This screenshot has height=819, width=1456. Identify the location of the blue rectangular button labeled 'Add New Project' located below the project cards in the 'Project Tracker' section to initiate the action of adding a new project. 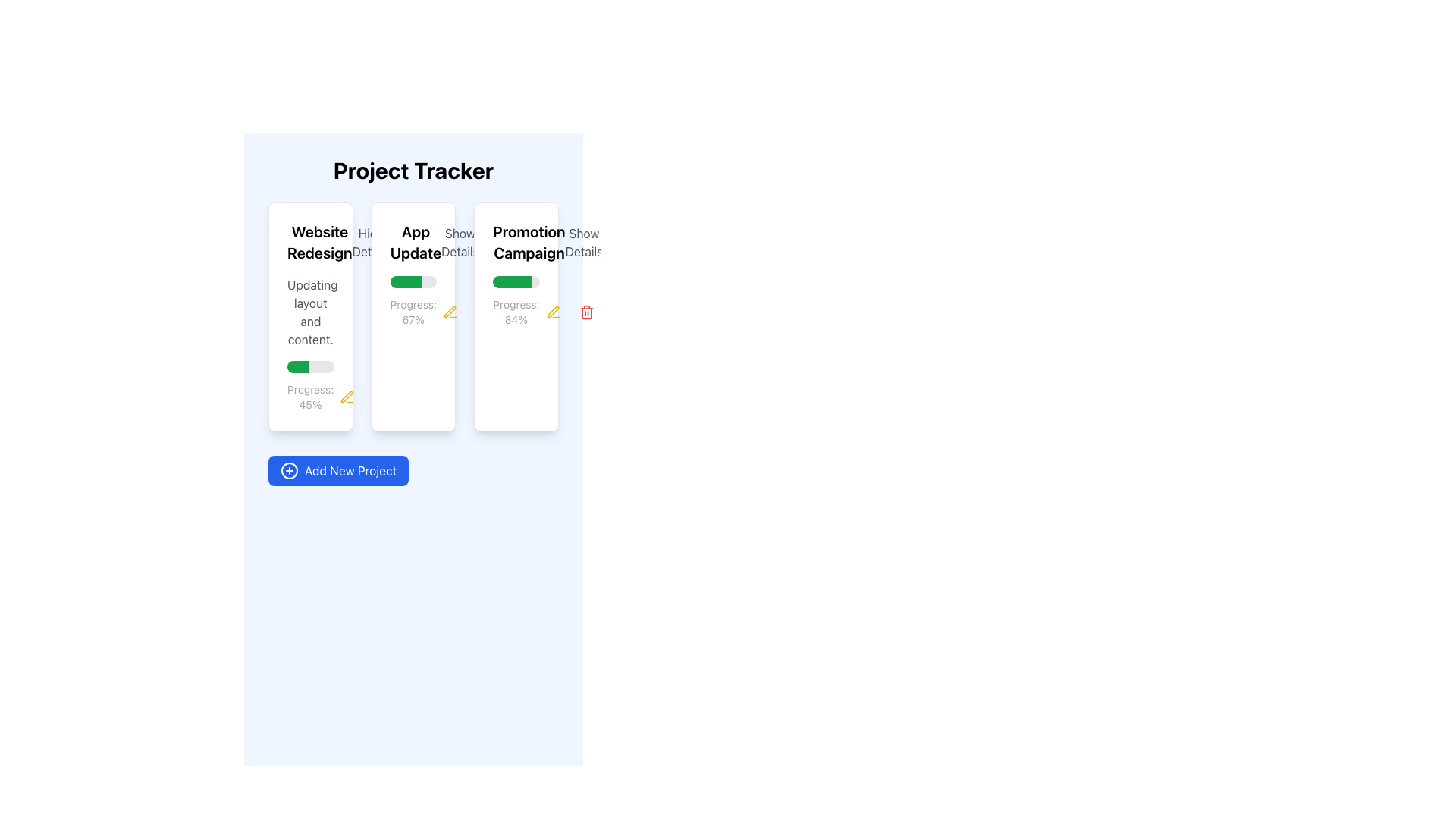
(337, 470).